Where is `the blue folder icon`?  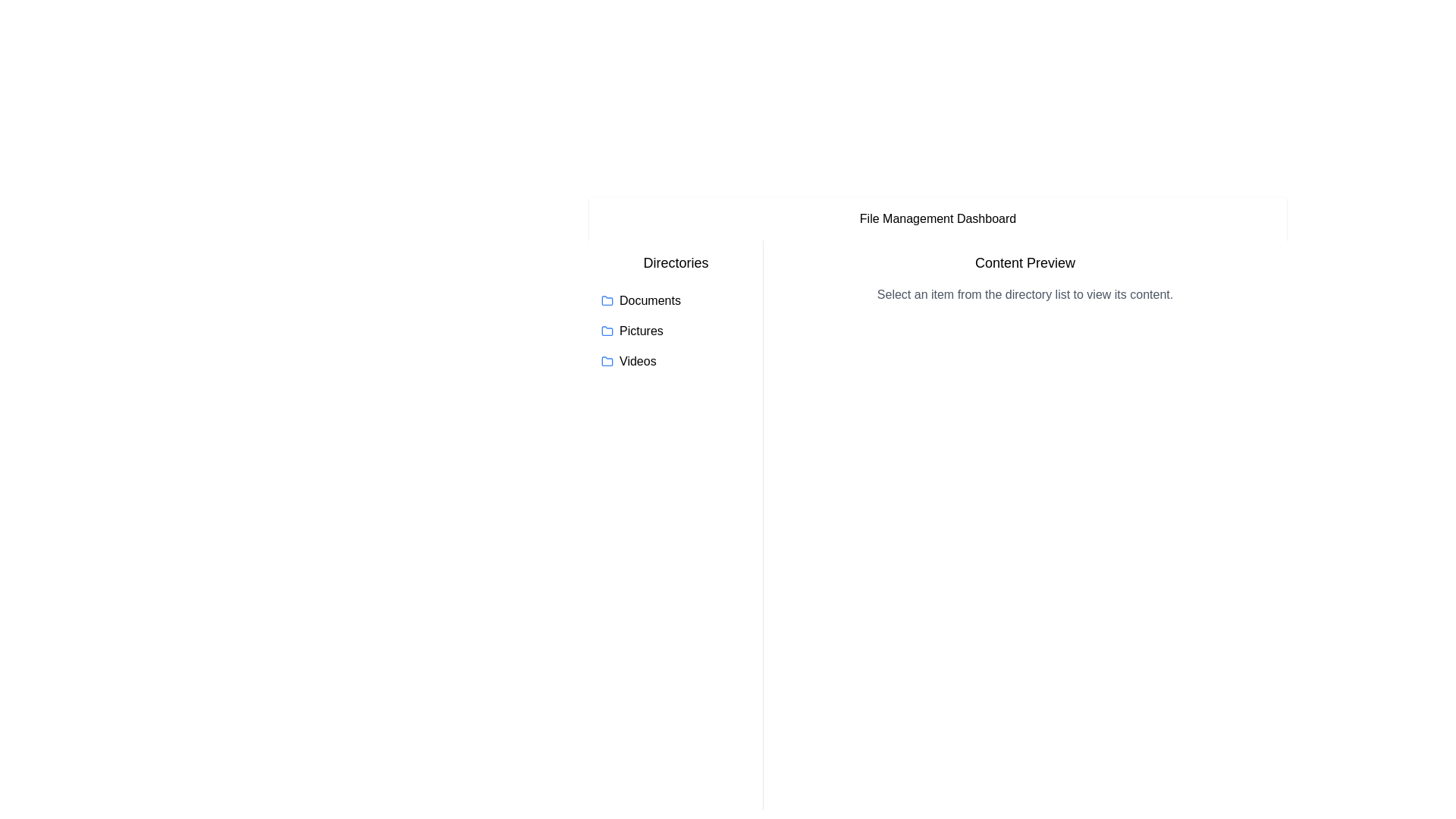 the blue folder icon is located at coordinates (607, 300).